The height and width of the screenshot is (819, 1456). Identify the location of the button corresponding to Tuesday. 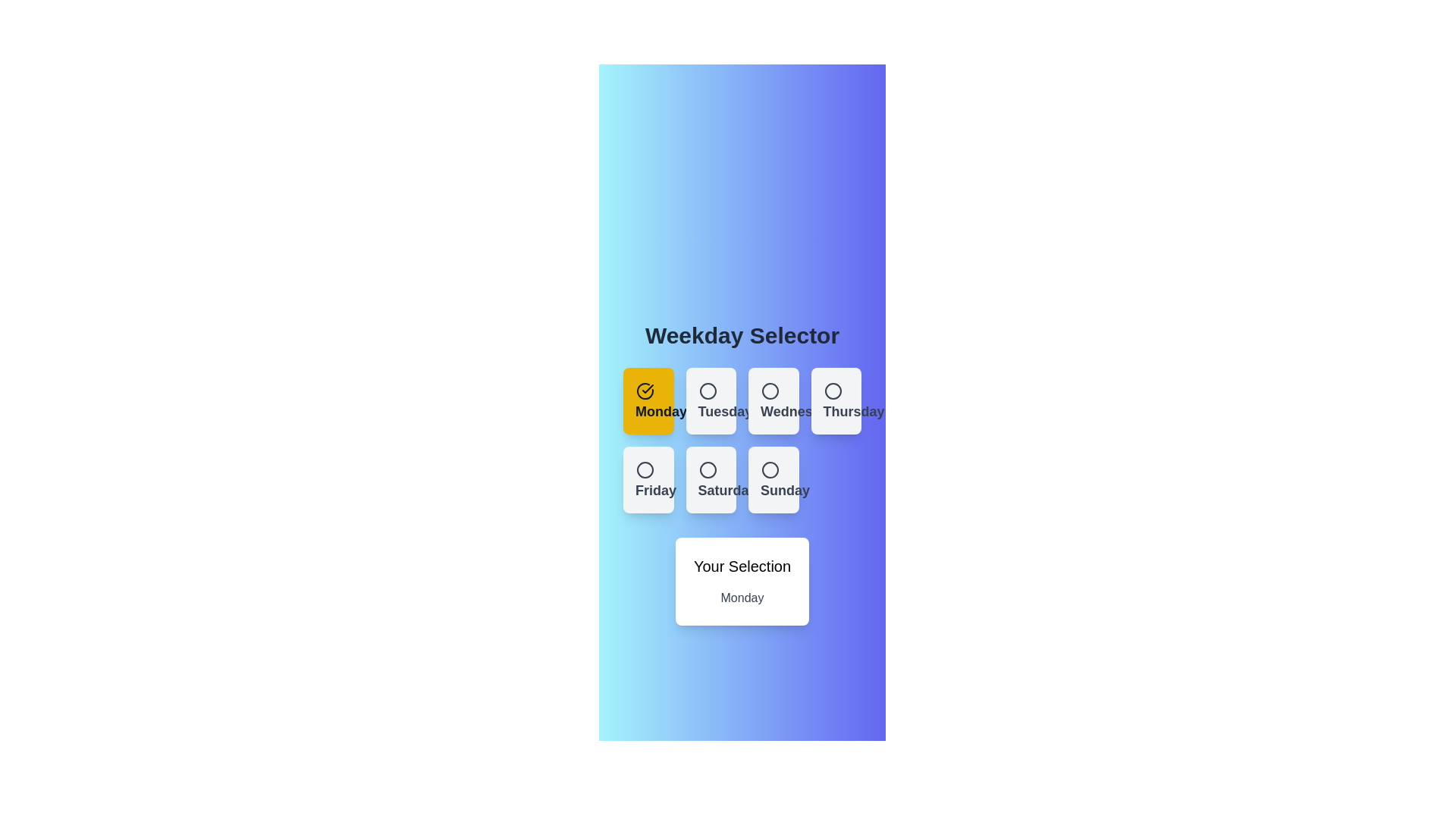
(710, 400).